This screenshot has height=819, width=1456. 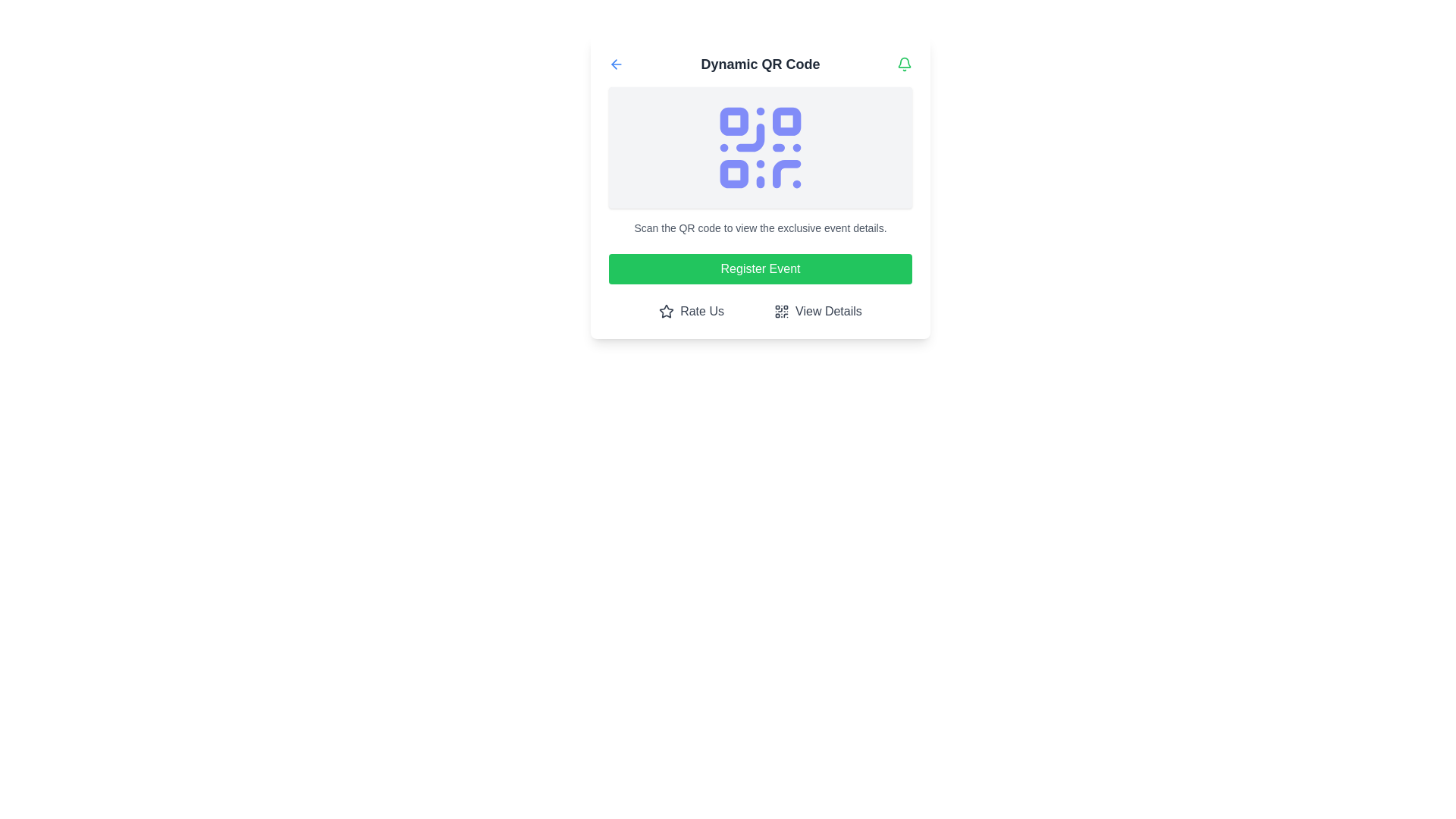 What do you see at coordinates (761, 63) in the screenshot?
I see `the text label displaying 'Dynamic QR Code' which is styled in bold and dark gray, located between a blue arrow icon and a green bell icon` at bounding box center [761, 63].